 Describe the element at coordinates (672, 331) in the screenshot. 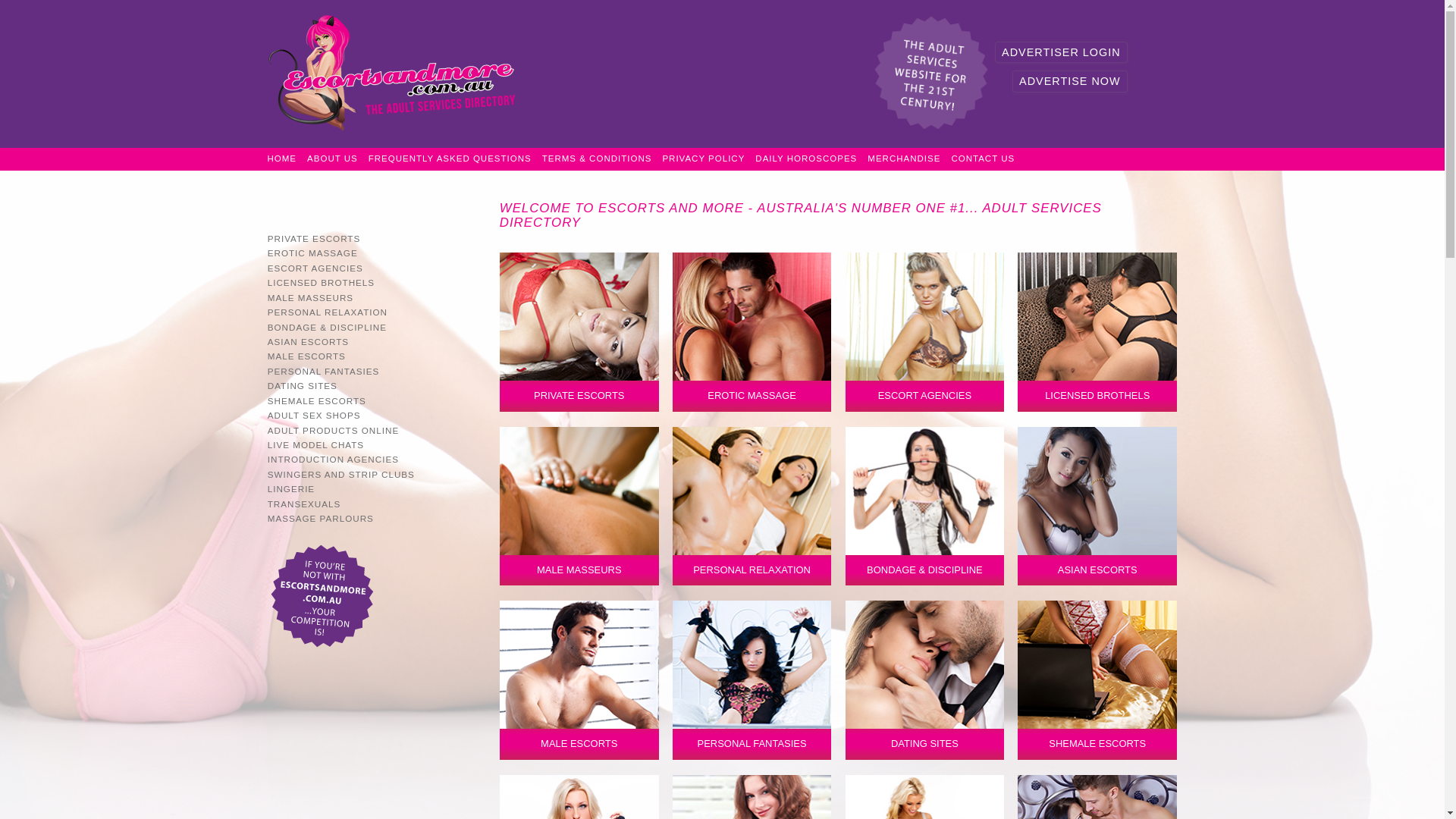

I see `'EROTIC MASSAGE'` at that location.